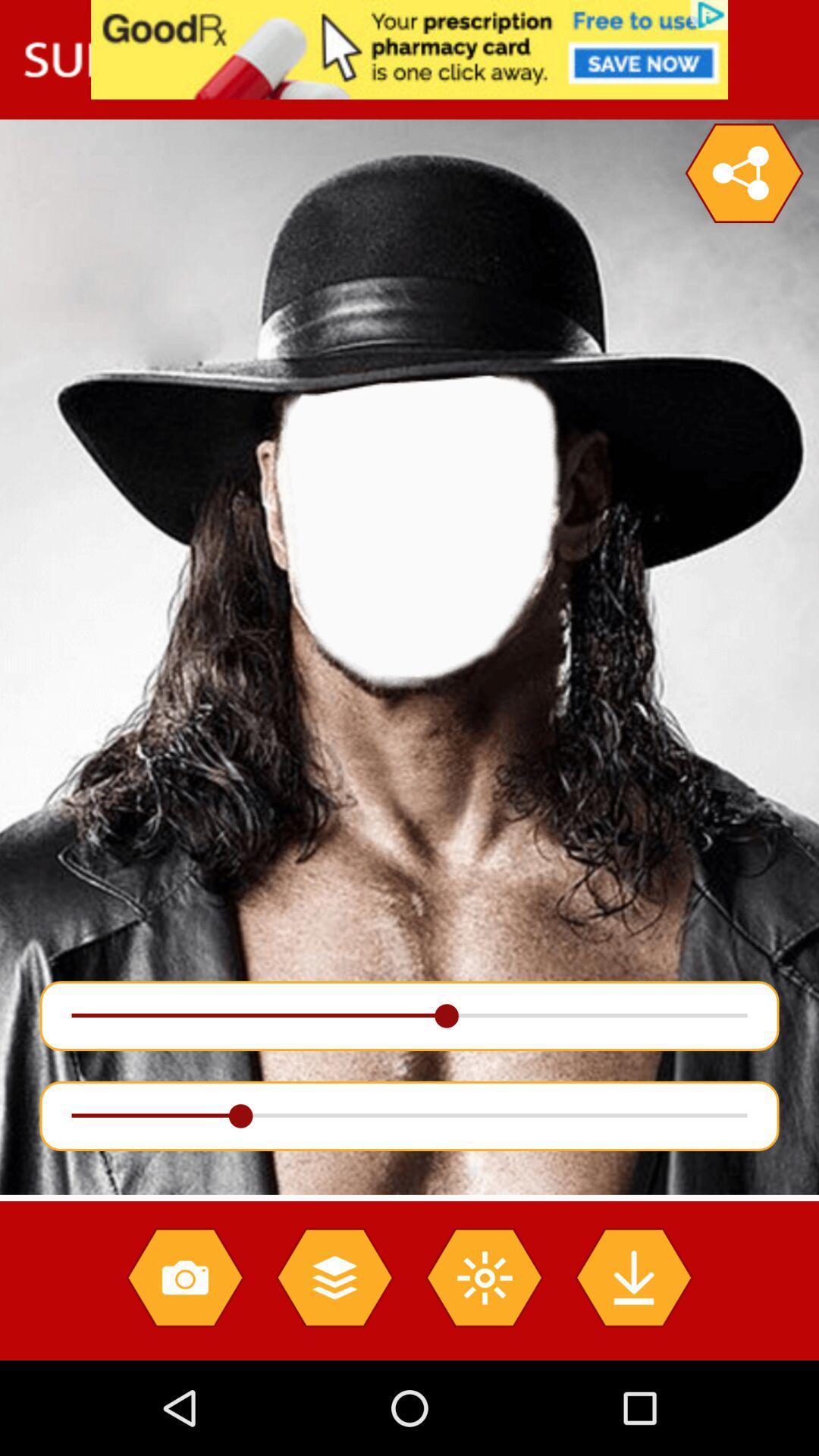 This screenshot has height=1456, width=819. I want to click on settin, so click(743, 173).